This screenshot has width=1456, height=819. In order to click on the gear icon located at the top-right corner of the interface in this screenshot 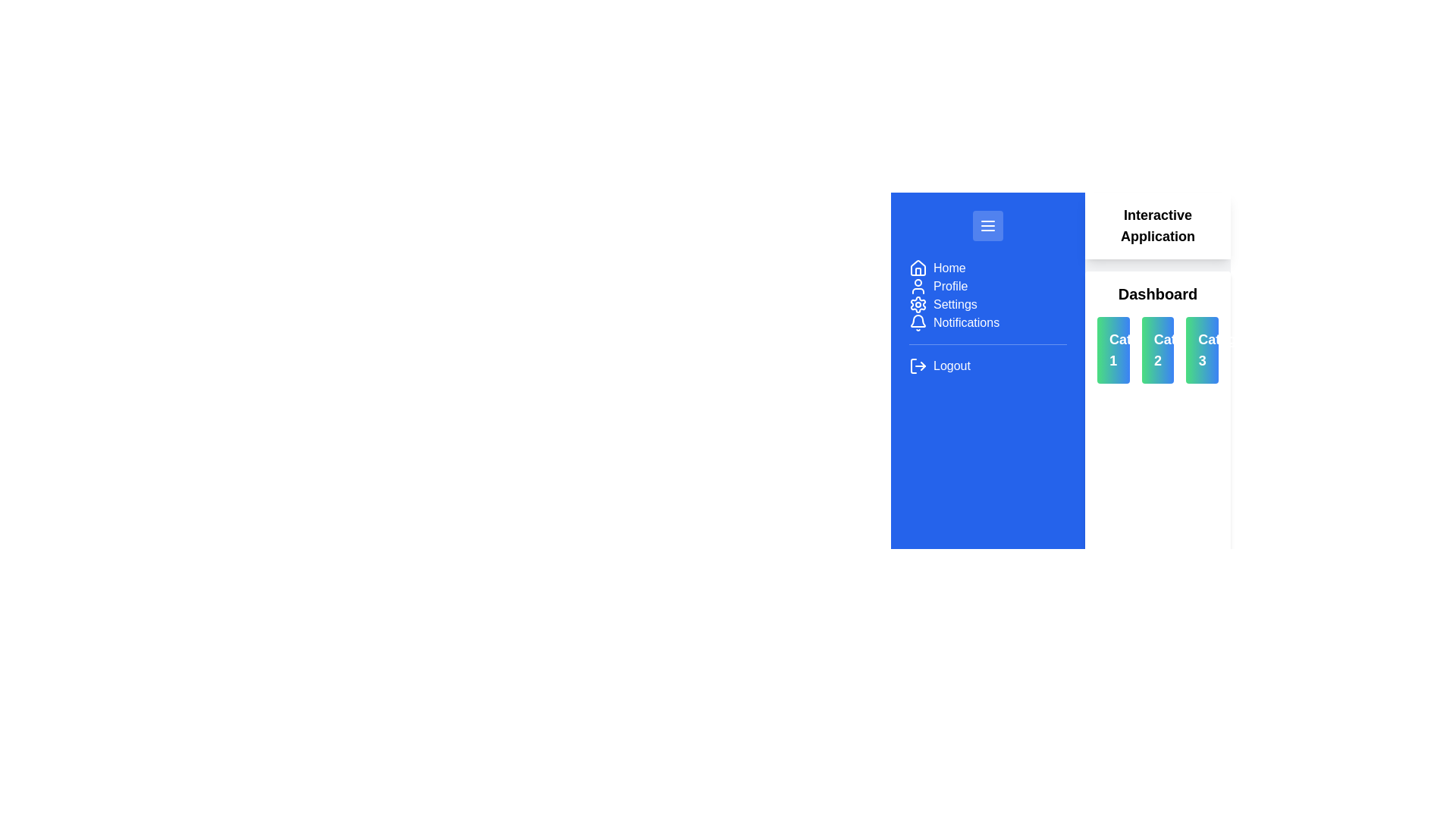, I will do `click(917, 304)`.